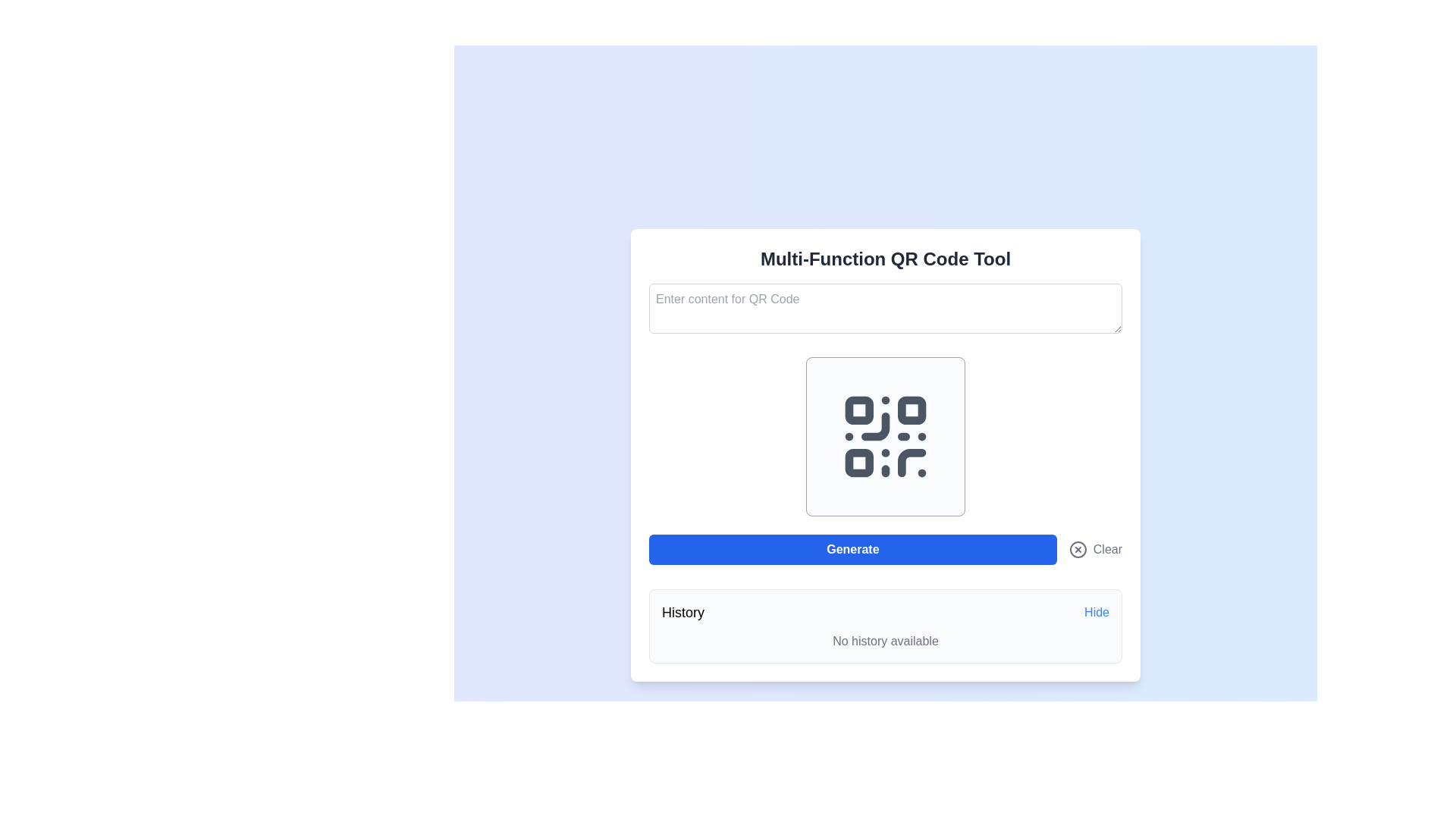 This screenshot has width=1456, height=819. Describe the element at coordinates (859, 409) in the screenshot. I see `the small rectangular shape with rounded corners located in the upper-left corner of the QR-like grid design` at that location.